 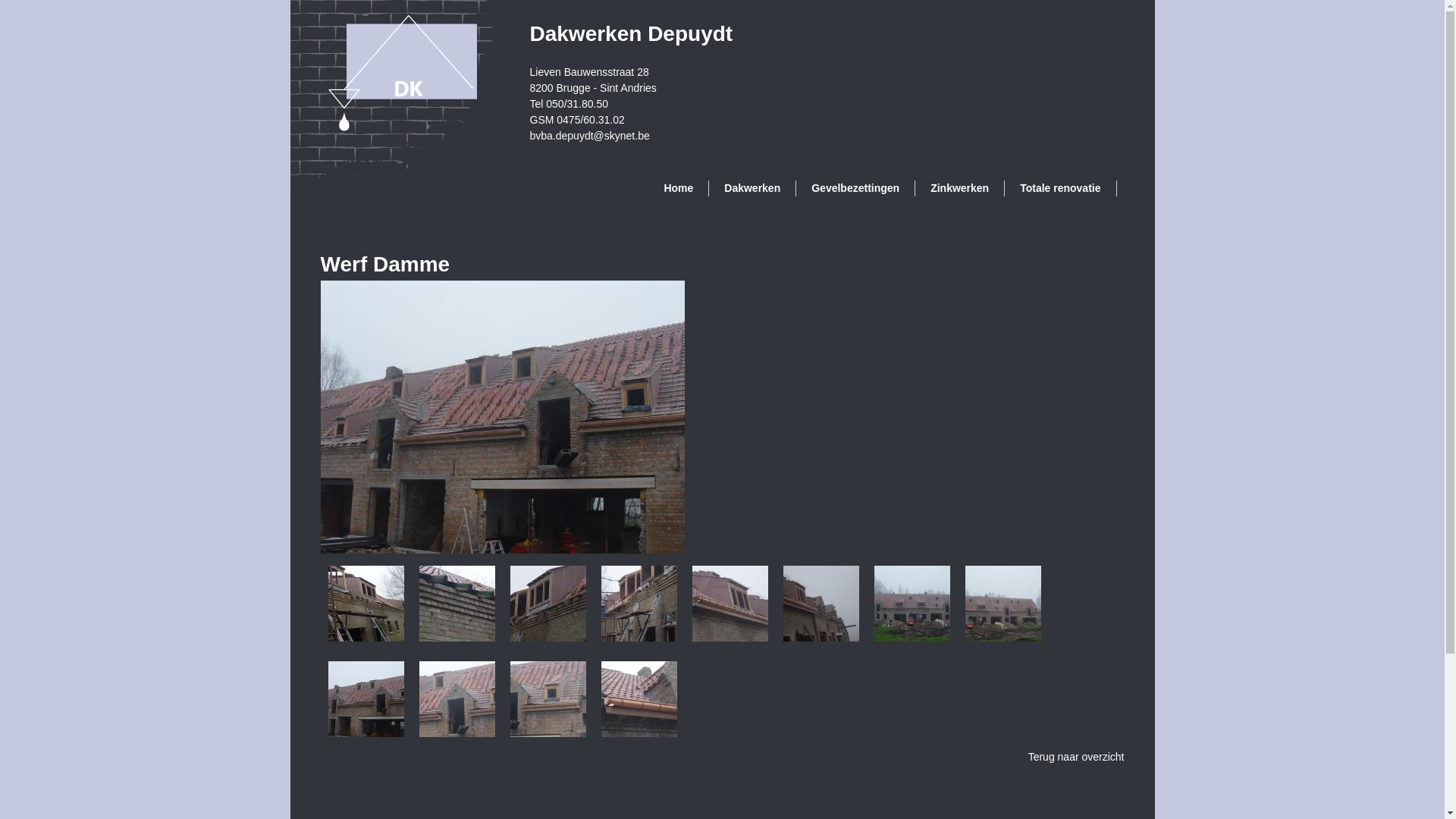 I want to click on 'Zinkwerken', so click(x=959, y=187).